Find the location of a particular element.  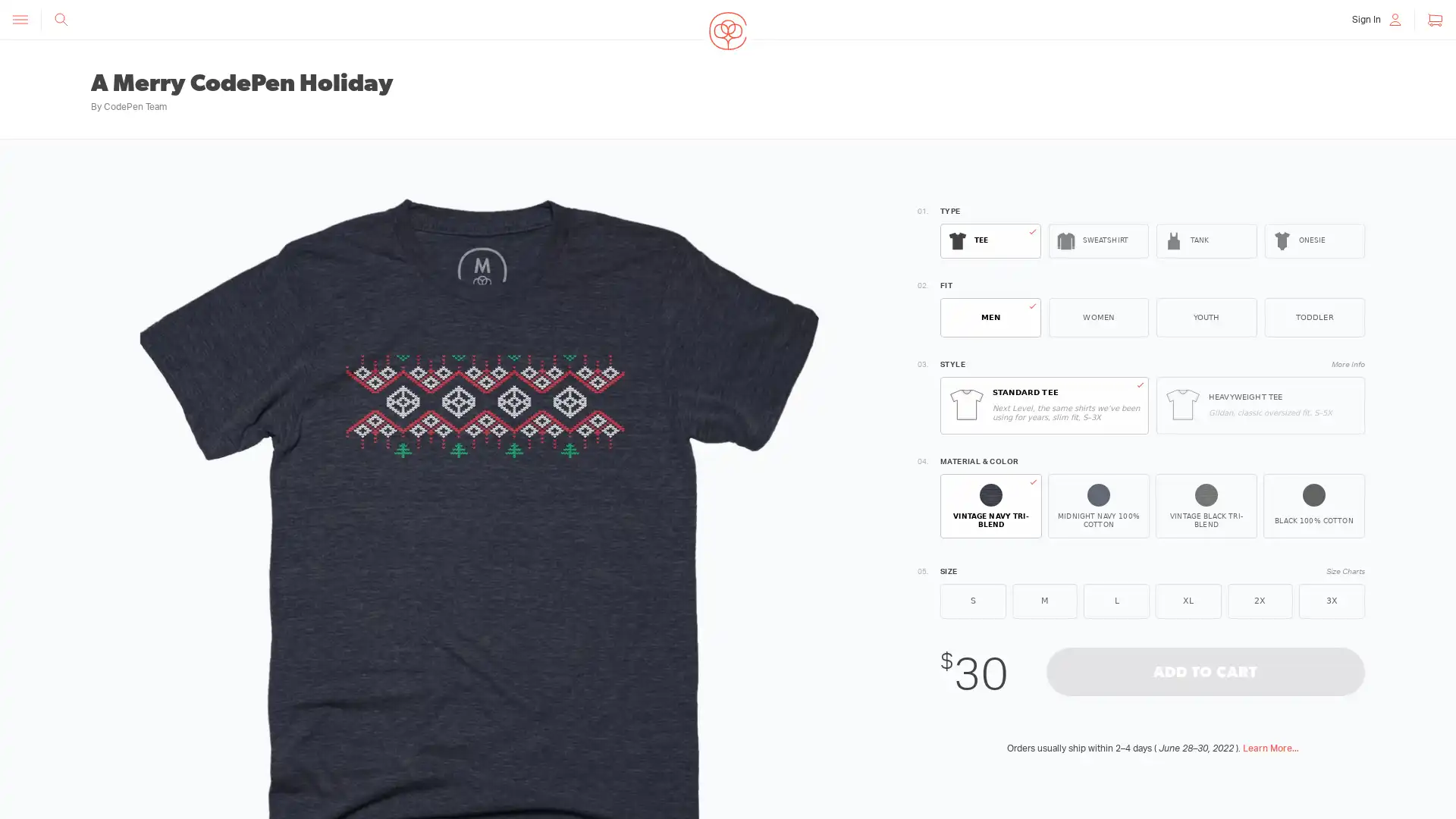

XL is located at coordinates (1187, 599).